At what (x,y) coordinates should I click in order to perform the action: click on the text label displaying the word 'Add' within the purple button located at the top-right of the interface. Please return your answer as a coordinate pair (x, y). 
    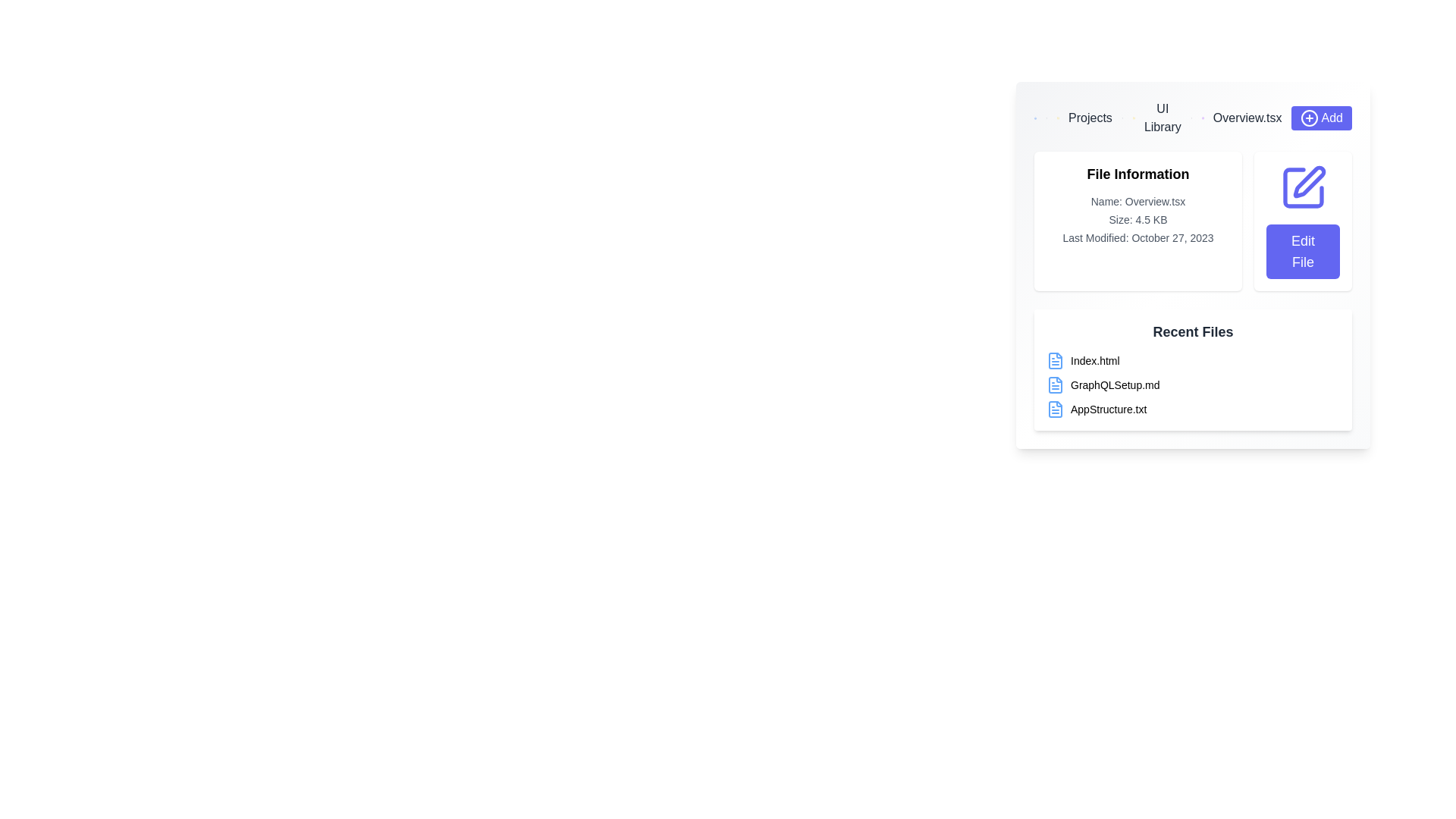
    Looking at the image, I should click on (1331, 117).